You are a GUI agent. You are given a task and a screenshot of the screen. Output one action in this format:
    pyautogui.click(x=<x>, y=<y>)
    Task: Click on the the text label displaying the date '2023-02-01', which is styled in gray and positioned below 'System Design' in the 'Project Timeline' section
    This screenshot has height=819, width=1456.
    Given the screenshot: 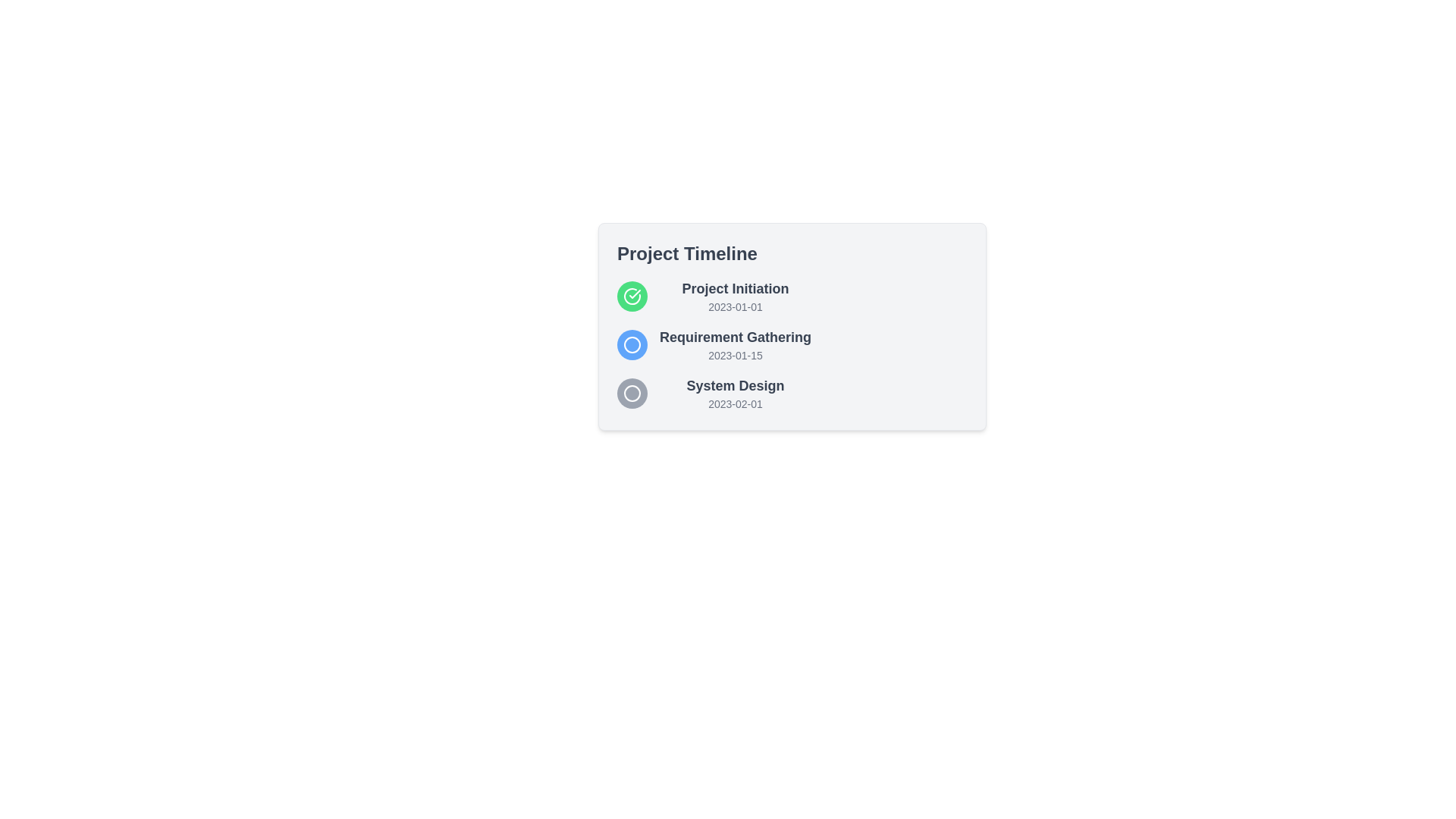 What is the action you would take?
    pyautogui.click(x=735, y=403)
    